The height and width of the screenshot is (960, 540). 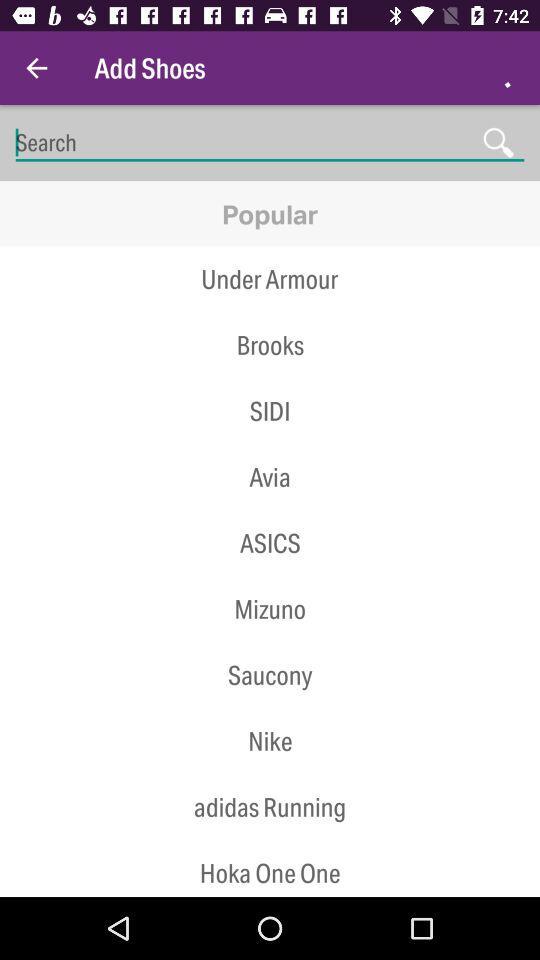 What do you see at coordinates (270, 142) in the screenshot?
I see `allow search entry` at bounding box center [270, 142].